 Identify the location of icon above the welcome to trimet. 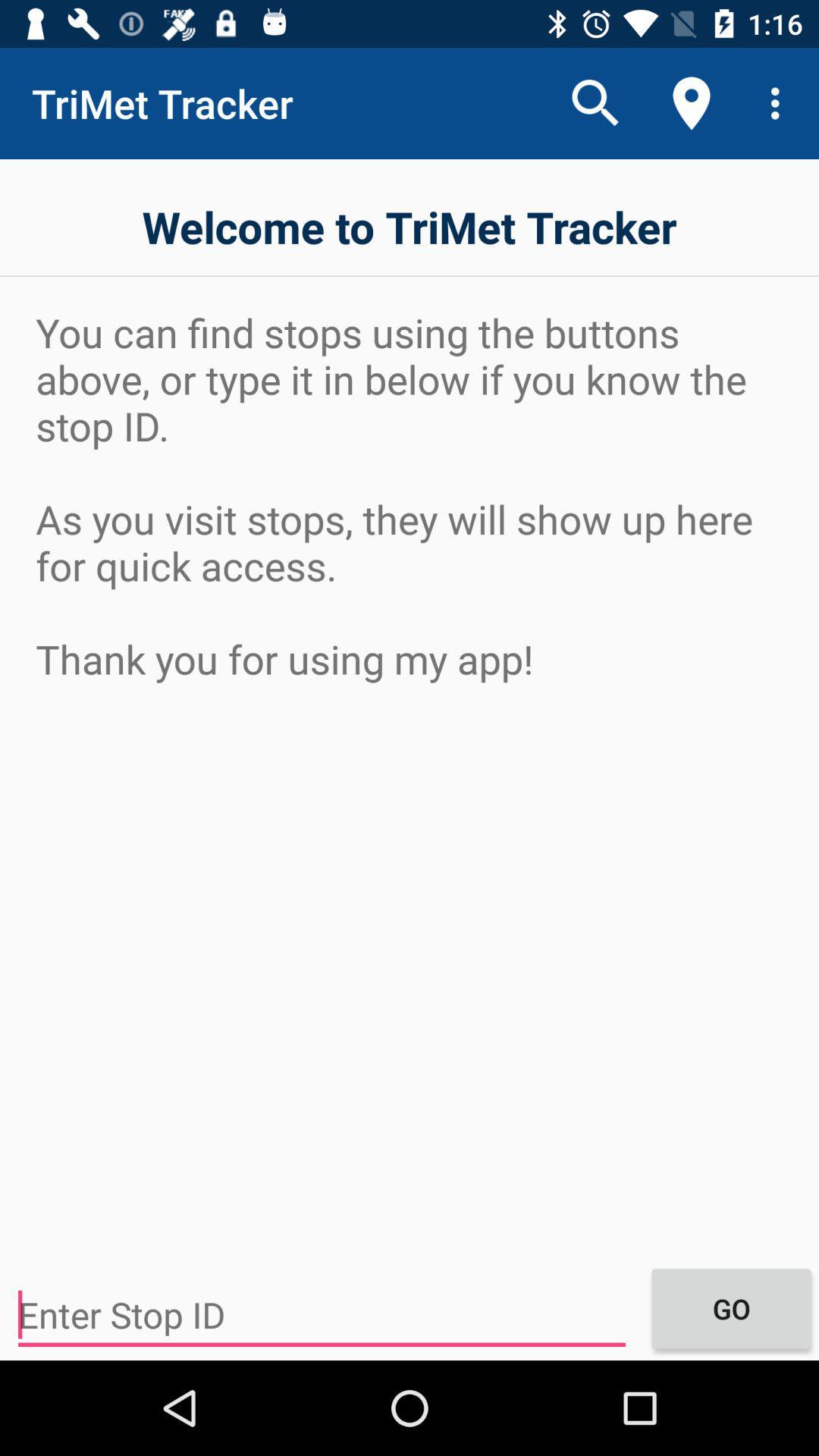
(779, 102).